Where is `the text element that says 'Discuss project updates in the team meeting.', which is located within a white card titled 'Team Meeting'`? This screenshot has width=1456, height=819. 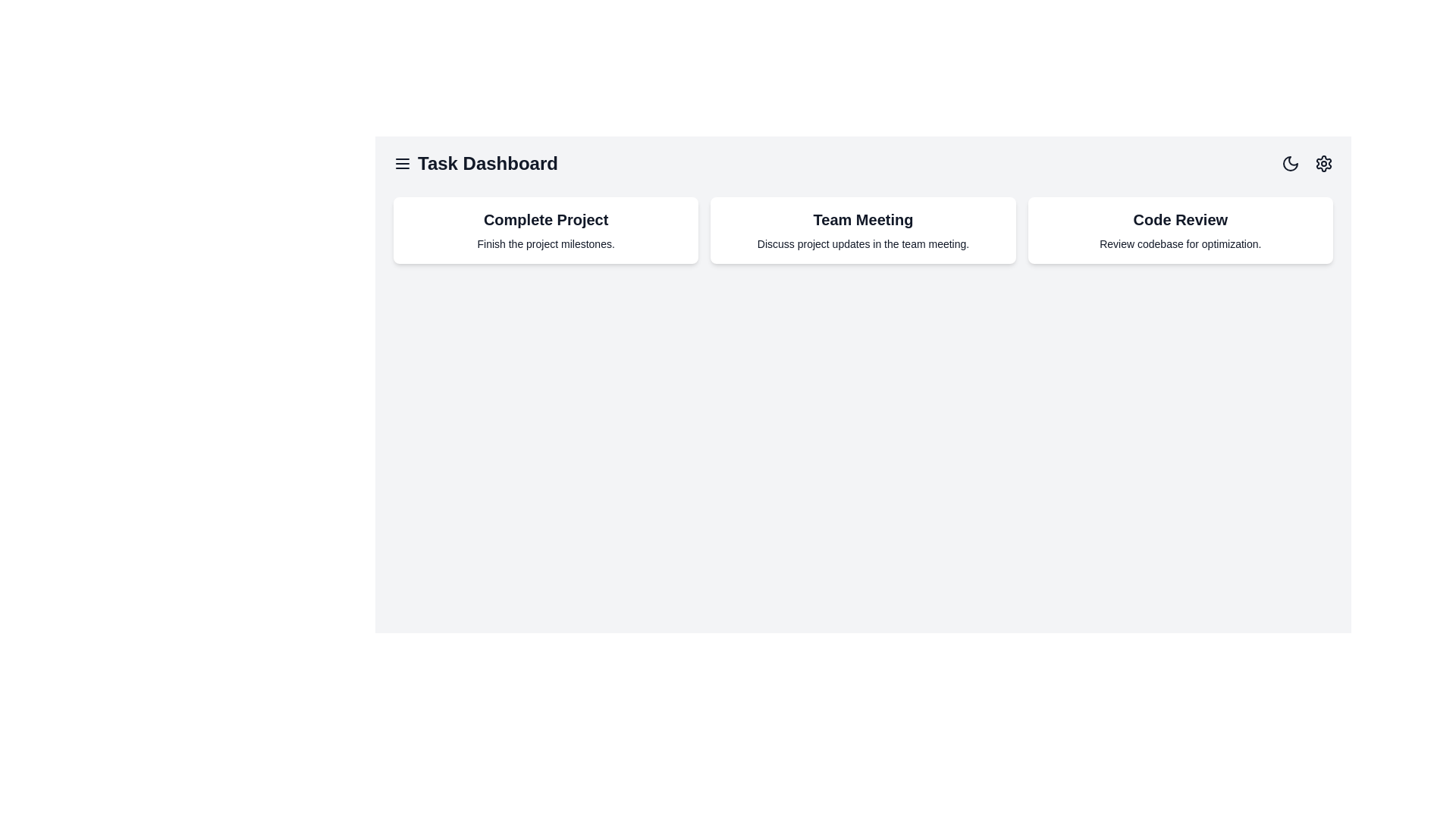 the text element that says 'Discuss project updates in the team meeting.', which is located within a white card titled 'Team Meeting' is located at coordinates (863, 243).